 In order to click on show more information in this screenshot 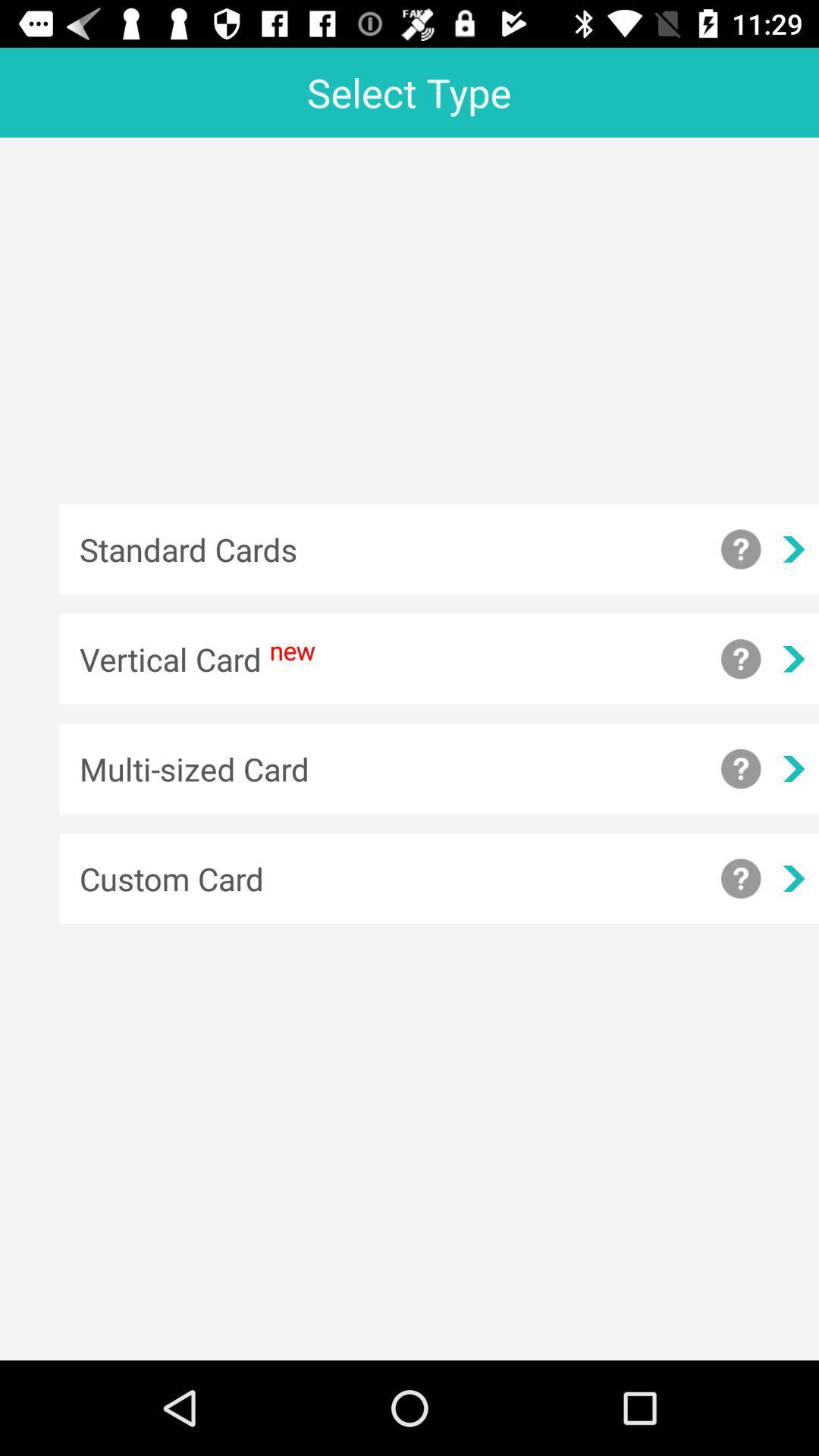, I will do `click(740, 768)`.